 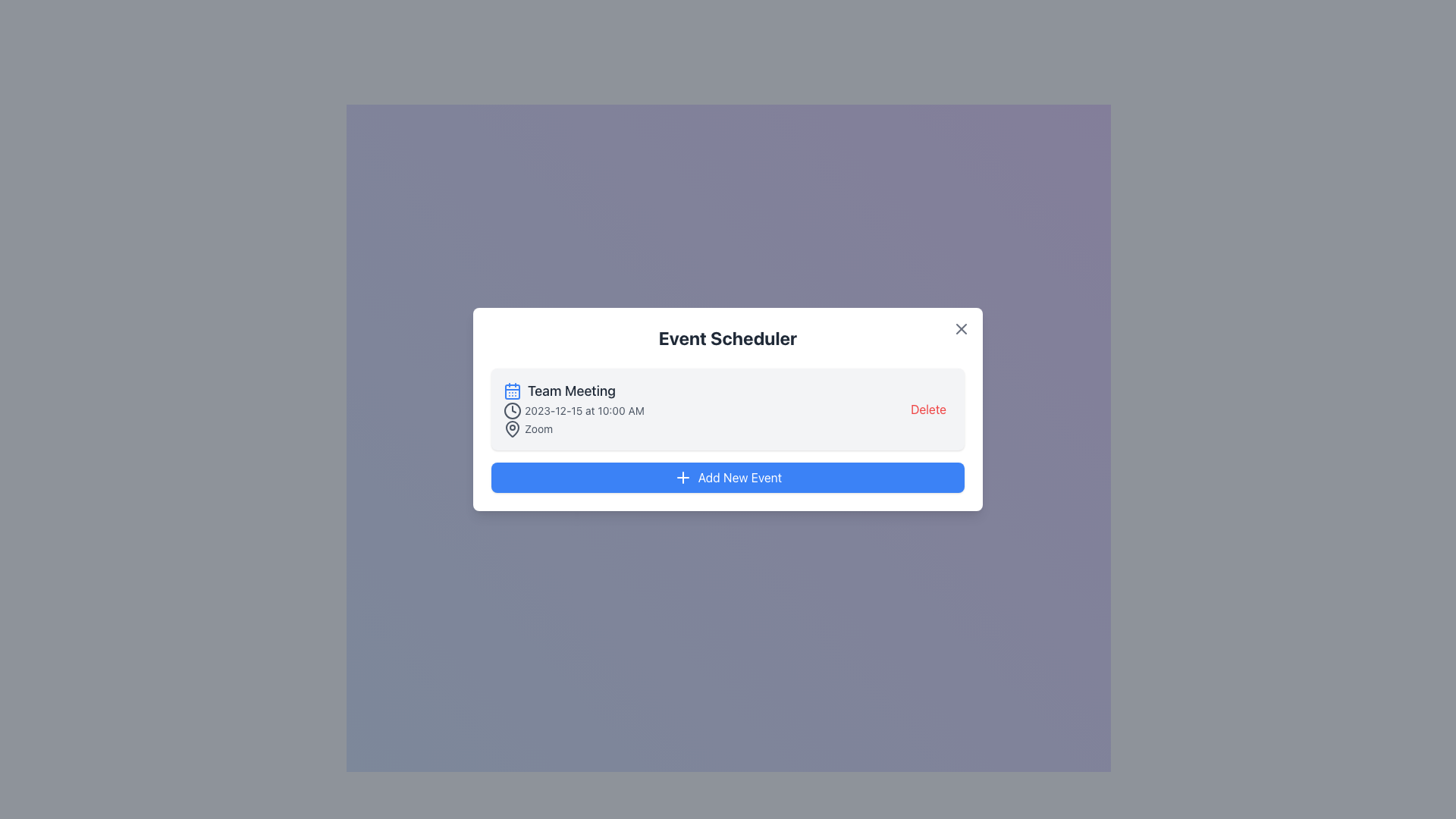 I want to click on scheduled date and time information of the 'Team Meeting' event displayed in the Text with an icon located in the 'Event Scheduler' modal, positioned below the 'Team Meeting' heading and above the 'Zoom' label, so click(x=573, y=411).